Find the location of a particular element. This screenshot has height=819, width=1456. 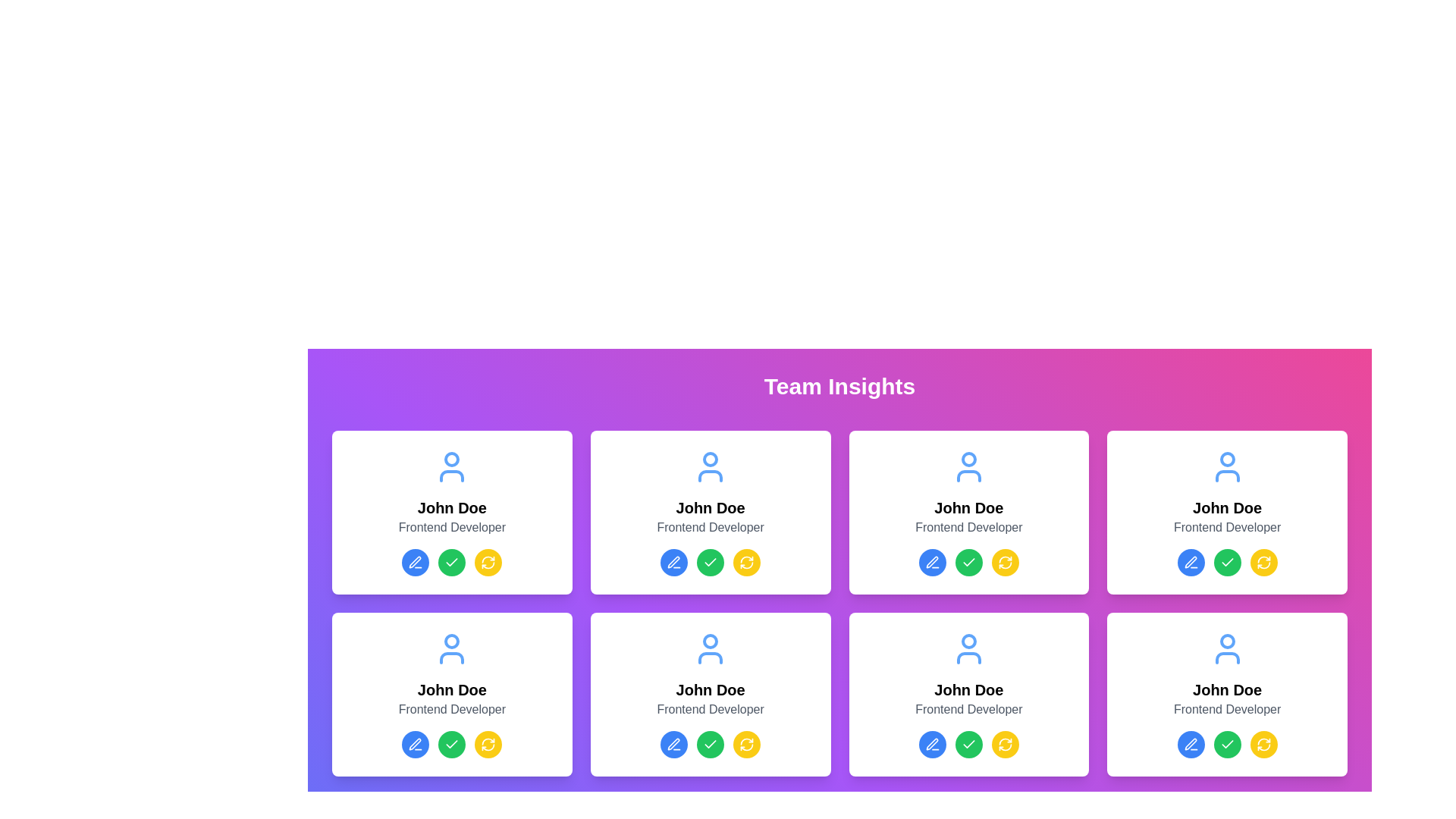

the circular yellow refresh icon located at the bottom right corner of the user profile card is located at coordinates (1263, 562).